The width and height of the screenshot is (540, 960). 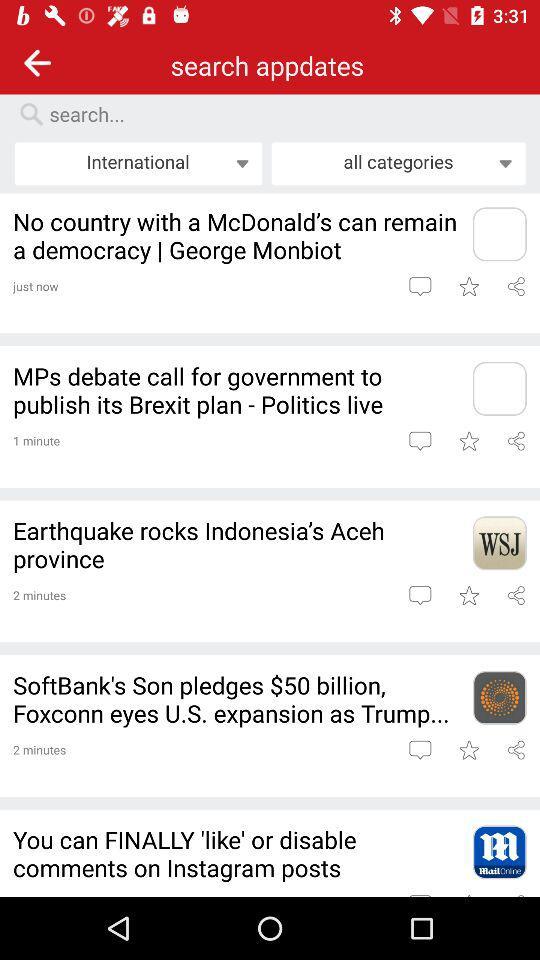 I want to click on click on full message message, so click(x=419, y=595).